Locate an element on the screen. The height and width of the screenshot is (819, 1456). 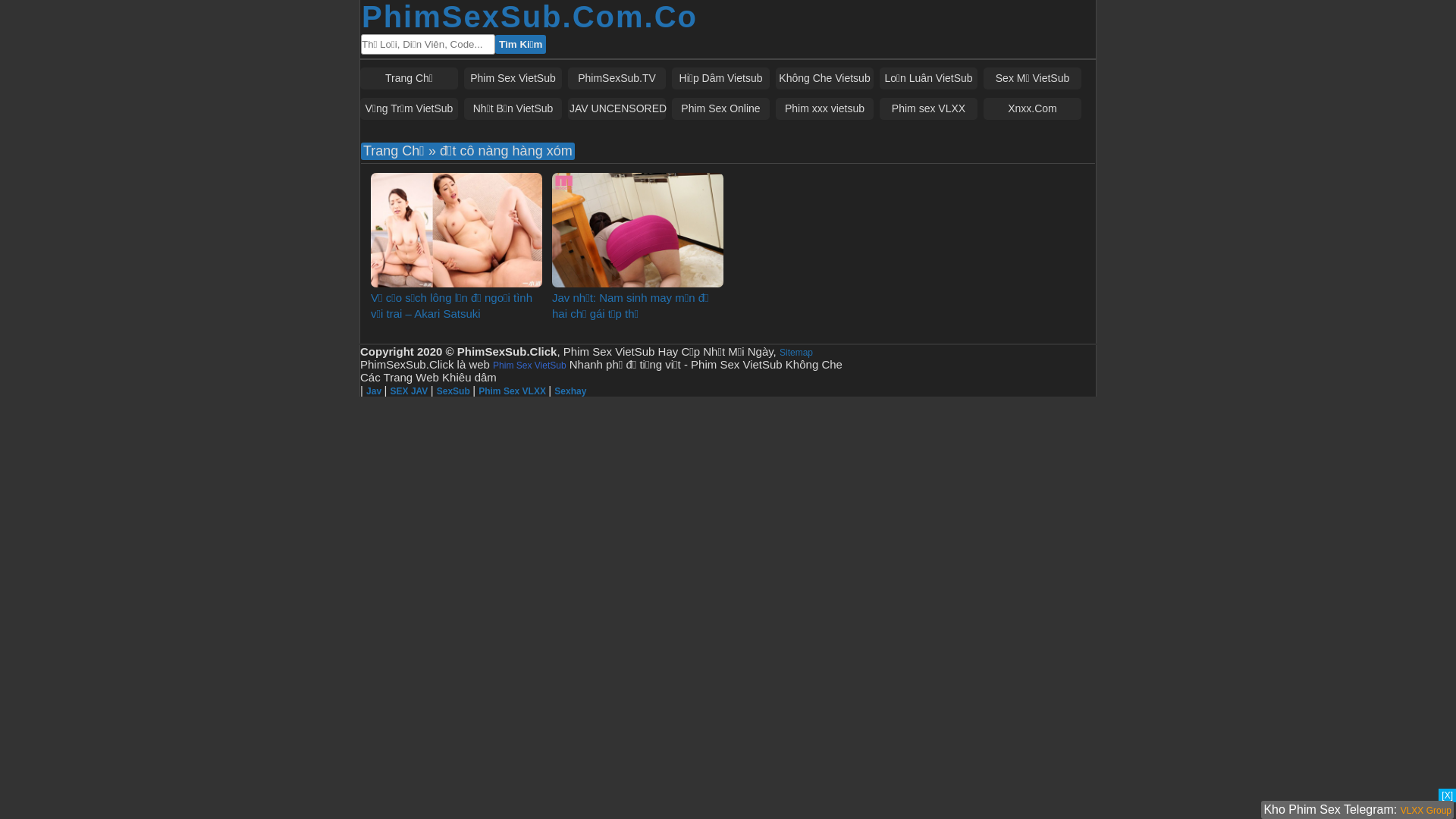
'Phim Sex Online' is located at coordinates (720, 108).